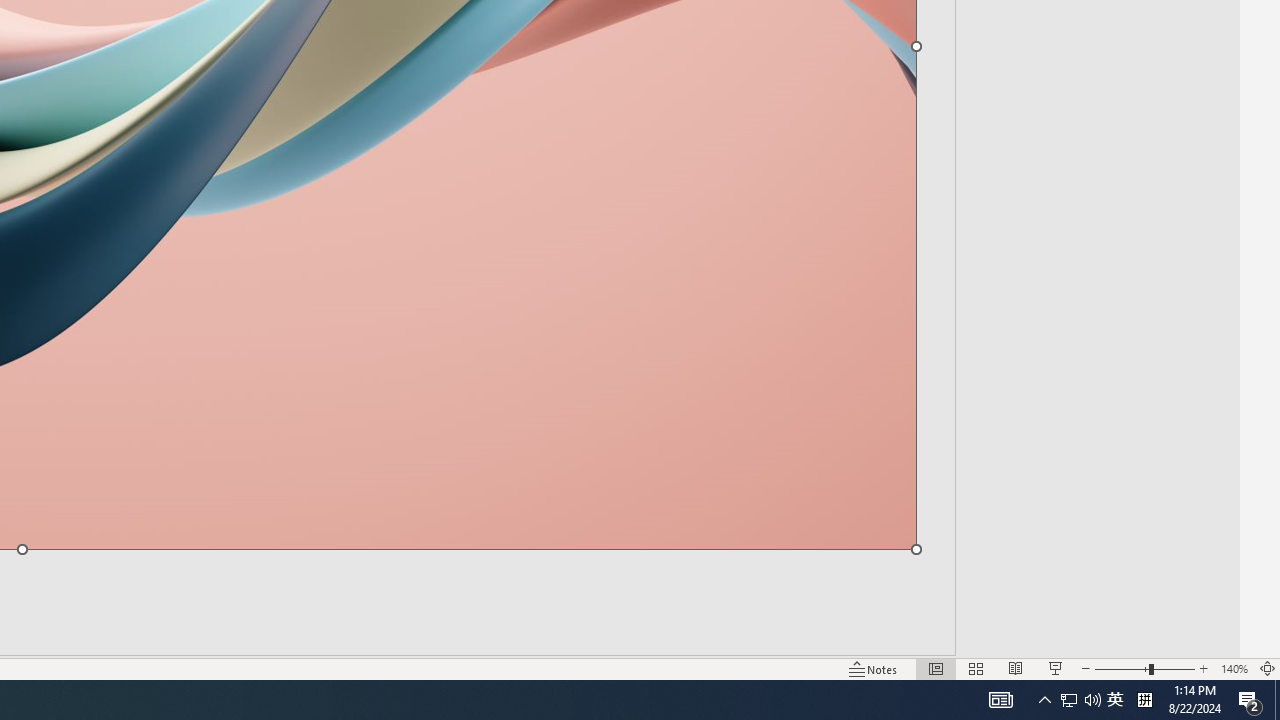  What do you see at coordinates (935, 669) in the screenshot?
I see `'Normal'` at bounding box center [935, 669].